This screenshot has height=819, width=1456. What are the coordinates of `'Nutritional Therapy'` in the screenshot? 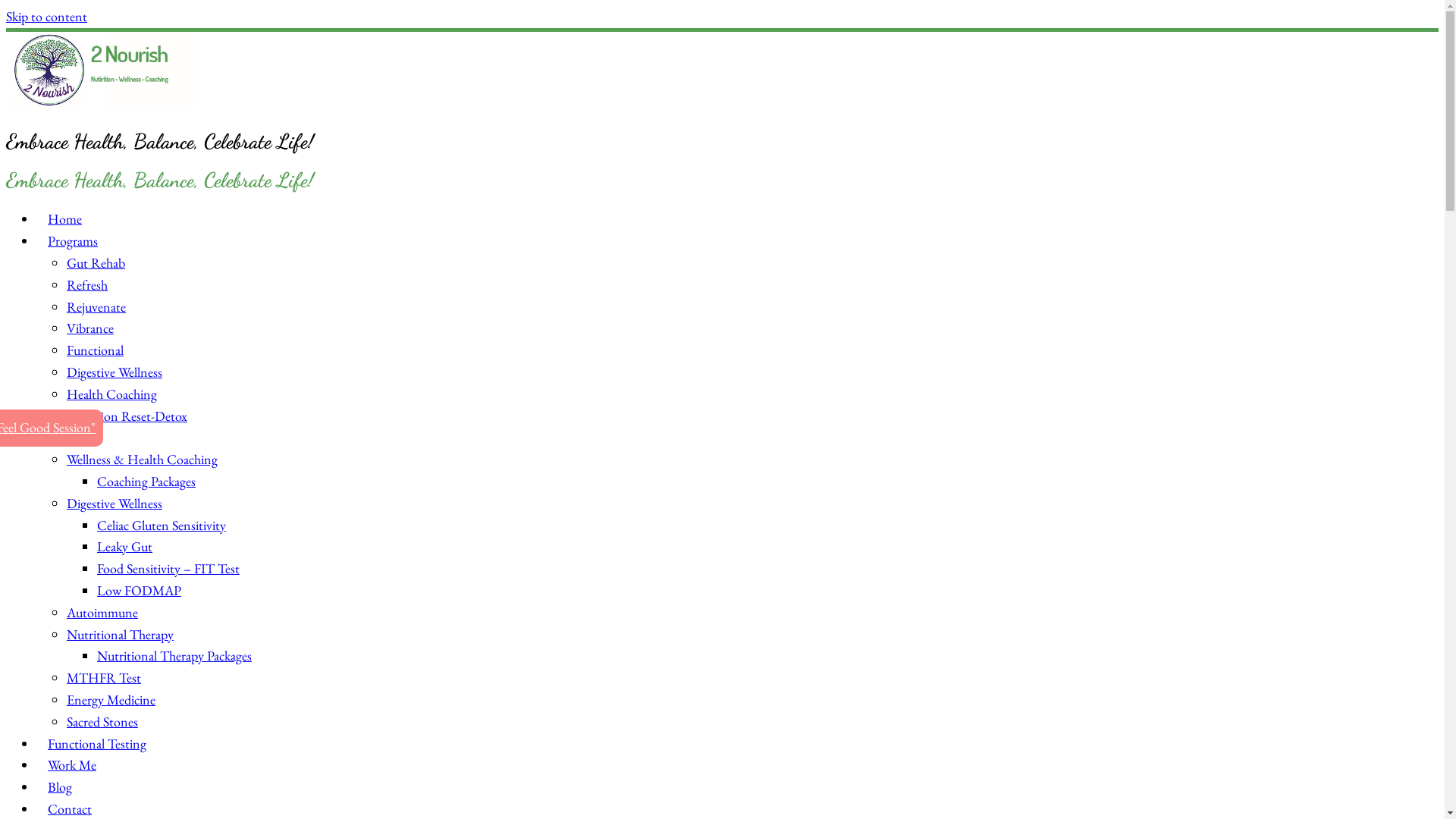 It's located at (119, 634).